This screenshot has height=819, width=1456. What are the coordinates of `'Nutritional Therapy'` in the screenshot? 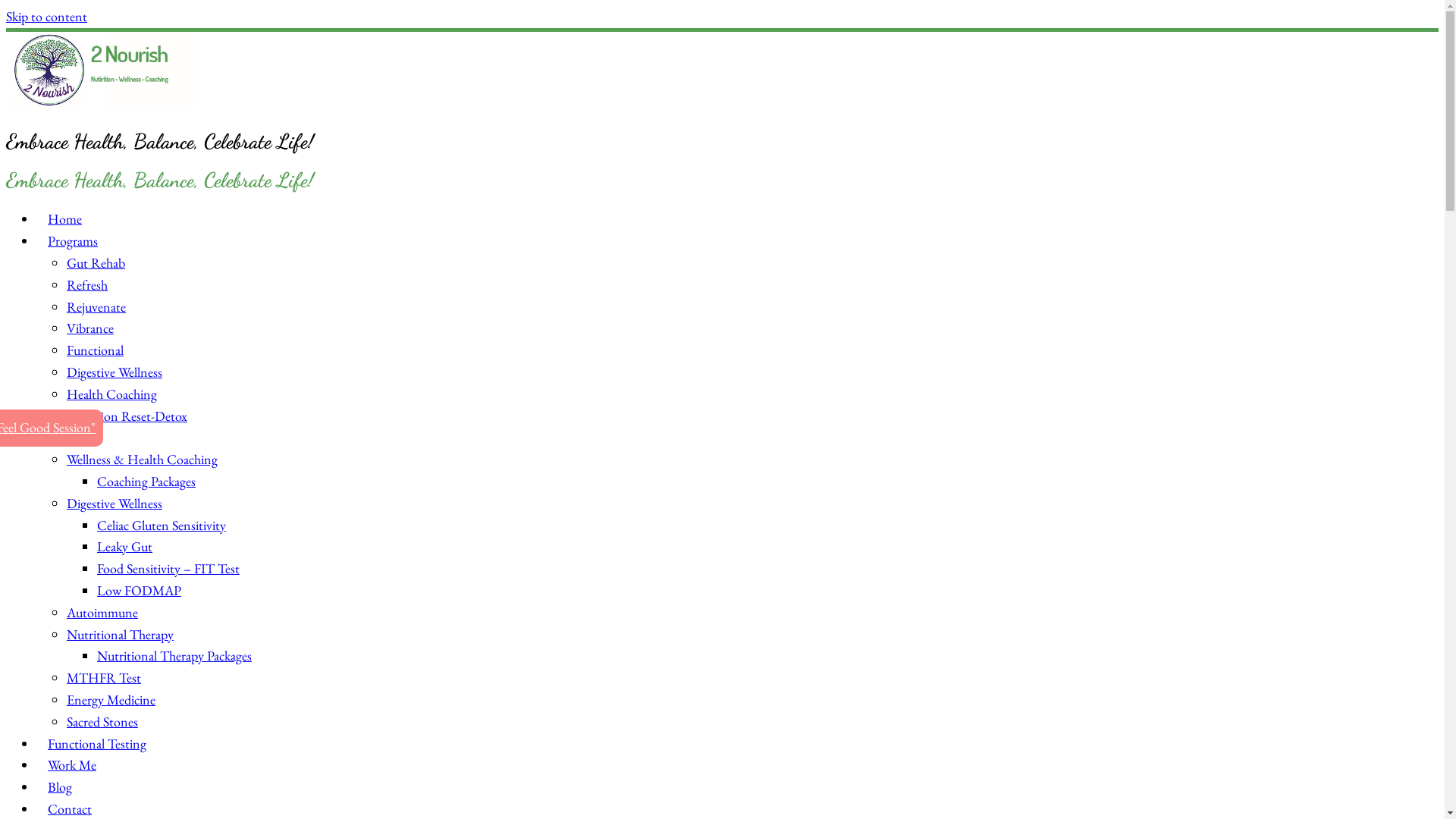 It's located at (119, 634).